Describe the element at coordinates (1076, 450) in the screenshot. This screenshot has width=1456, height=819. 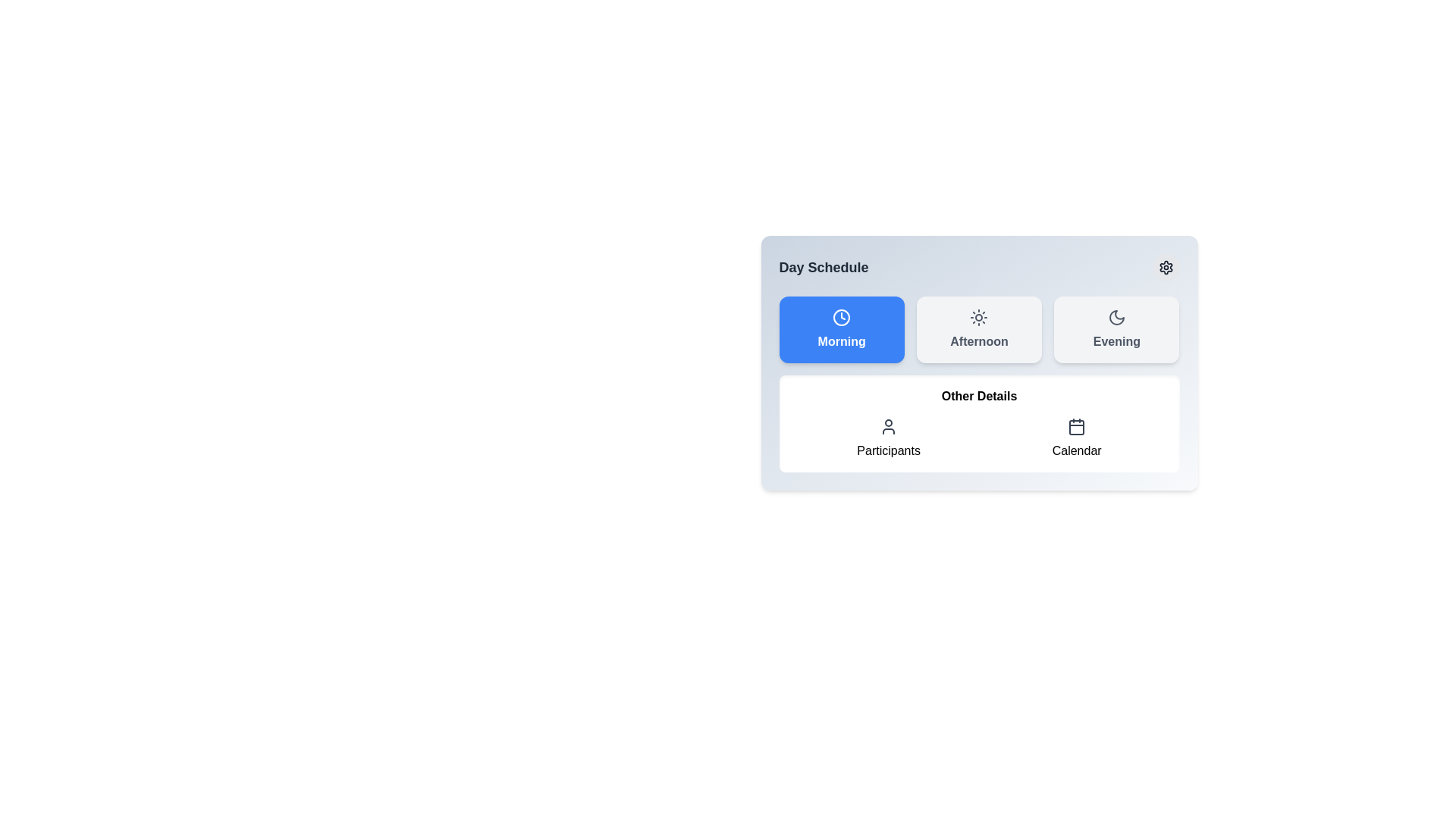
I see `the text label that indicates and associates with the calendar icon, positioned below it and to the right of the 'Participants' section in the 'Other Details' section` at that location.